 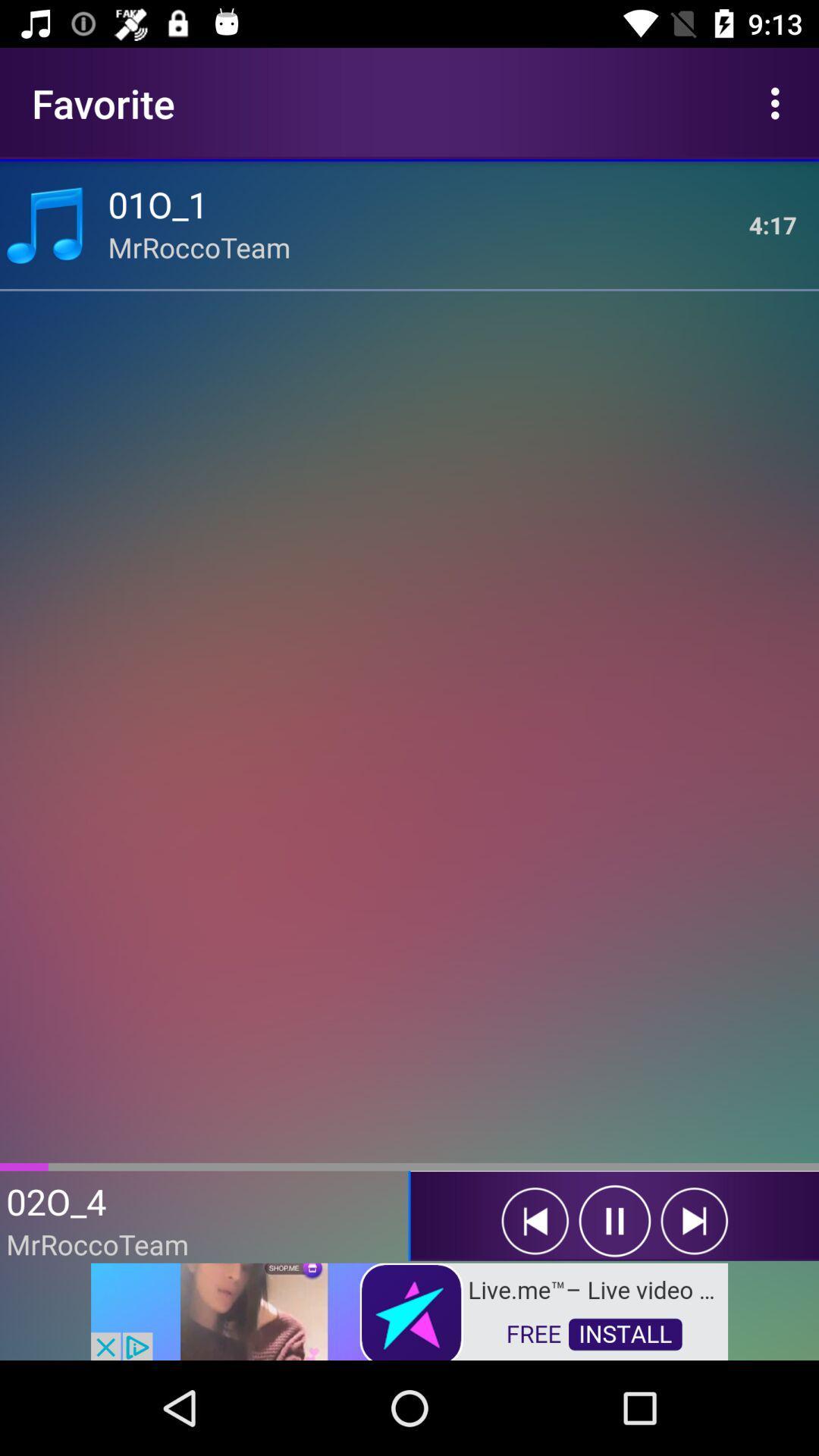 What do you see at coordinates (534, 1221) in the screenshot?
I see `the skip_previous icon` at bounding box center [534, 1221].